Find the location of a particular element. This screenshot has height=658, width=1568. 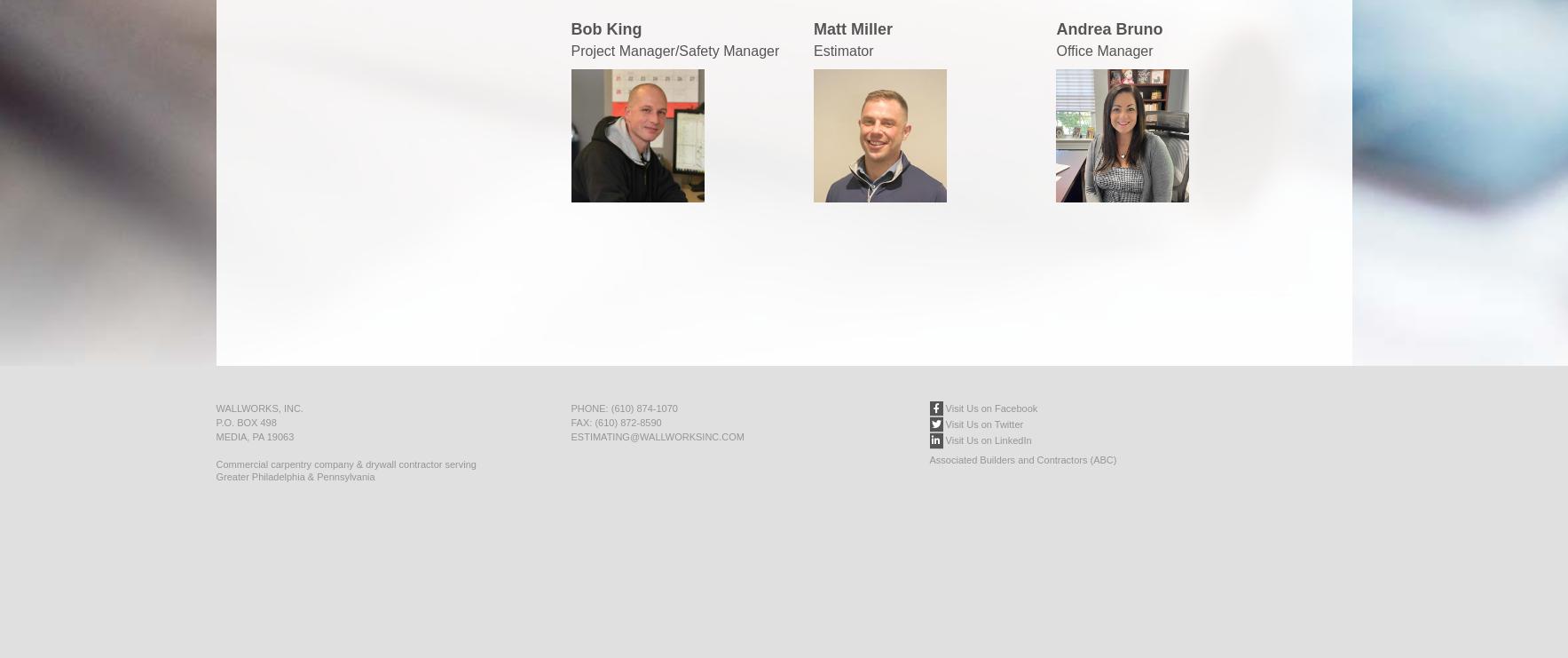

'Greater Philadelphia & Pennsylvania' is located at coordinates (295, 476).